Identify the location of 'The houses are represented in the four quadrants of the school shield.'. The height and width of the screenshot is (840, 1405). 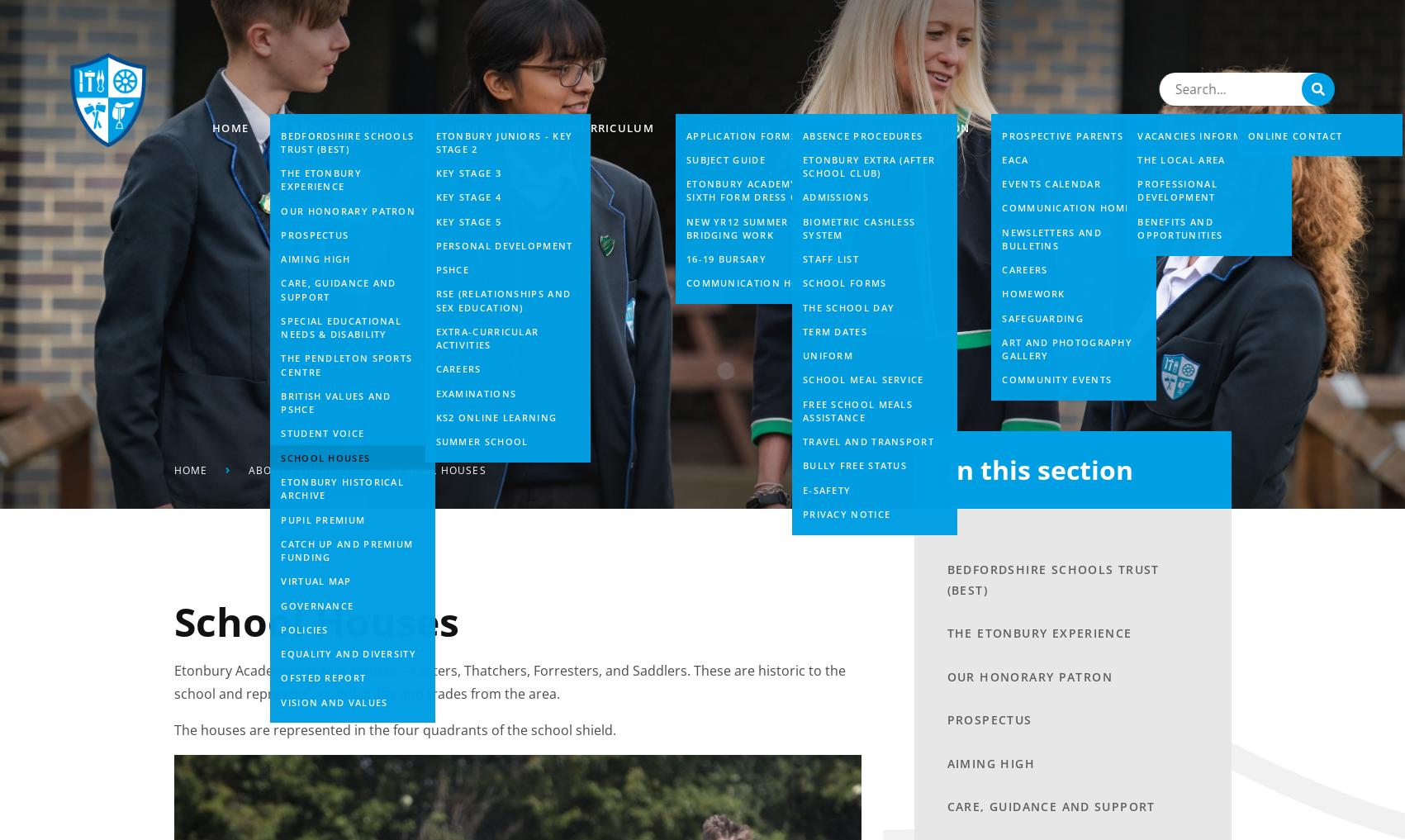
(393, 728).